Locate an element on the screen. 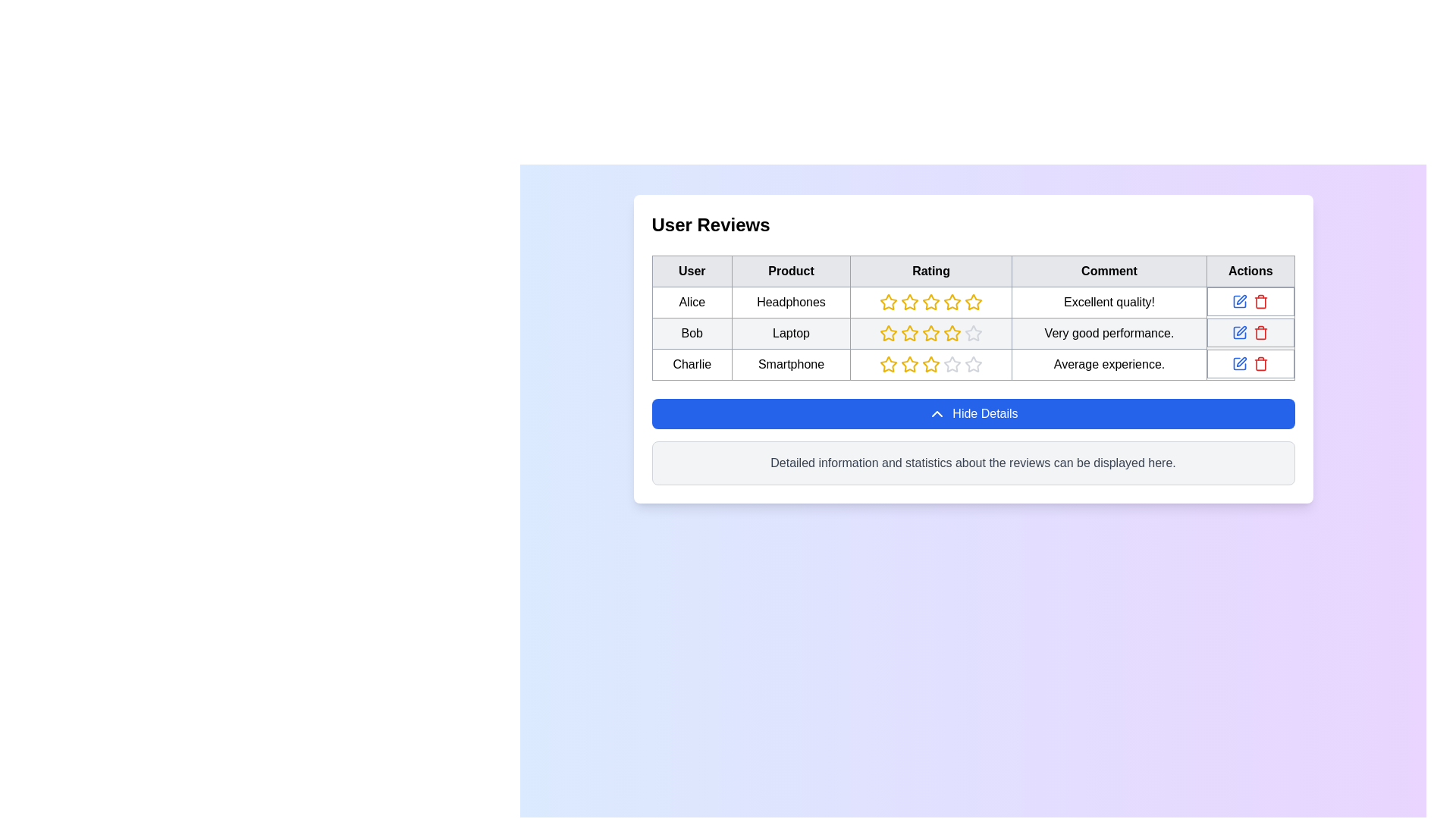 The image size is (1456, 819). the table cell displaying the text 'Bob' in the user reviews table is located at coordinates (691, 332).